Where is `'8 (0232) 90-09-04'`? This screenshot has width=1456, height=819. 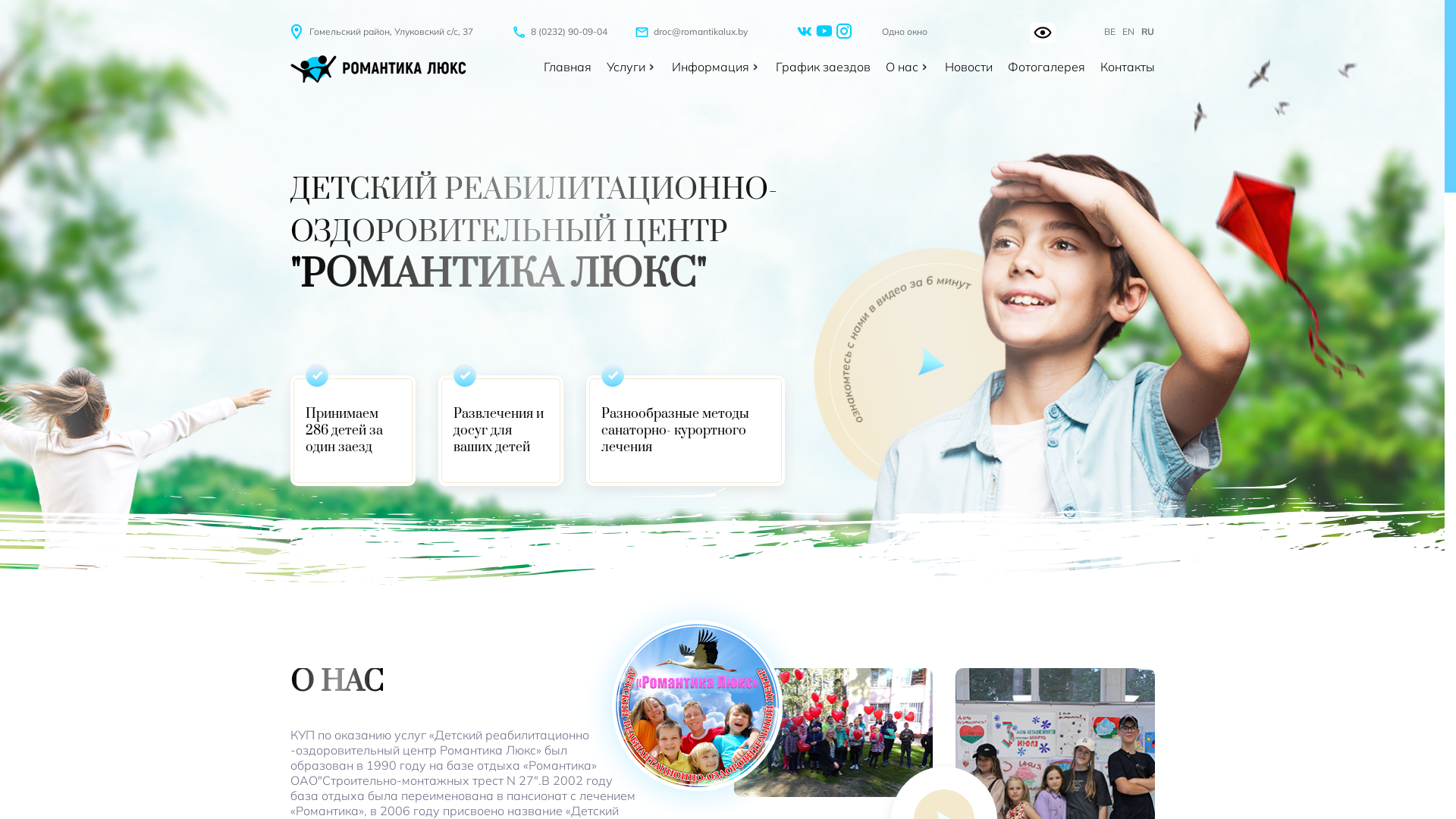 '8 (0232) 90-09-04' is located at coordinates (512, 32).